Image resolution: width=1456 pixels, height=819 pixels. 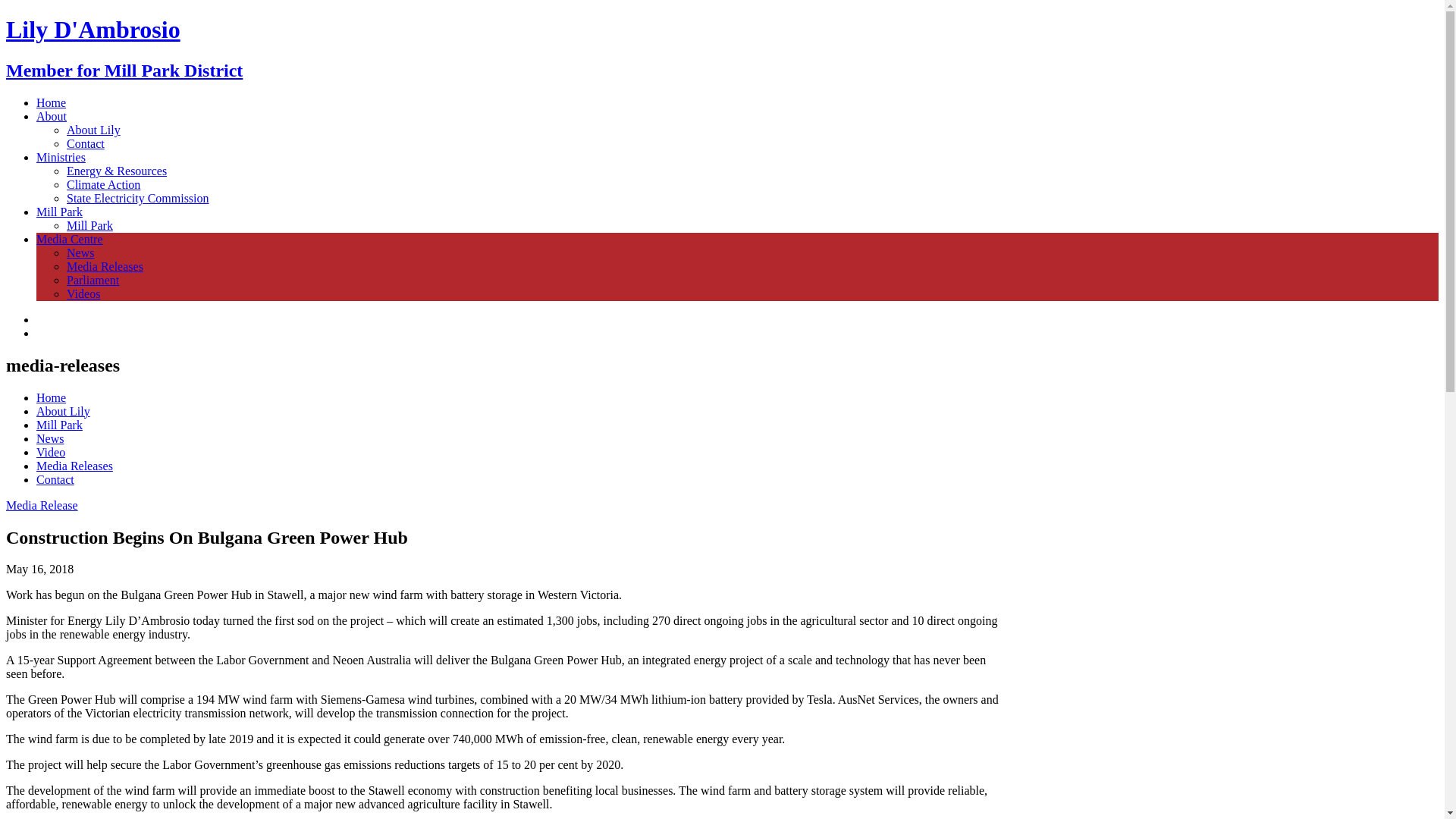 I want to click on 'Lily D'Ambrosio', so click(x=6, y=29).